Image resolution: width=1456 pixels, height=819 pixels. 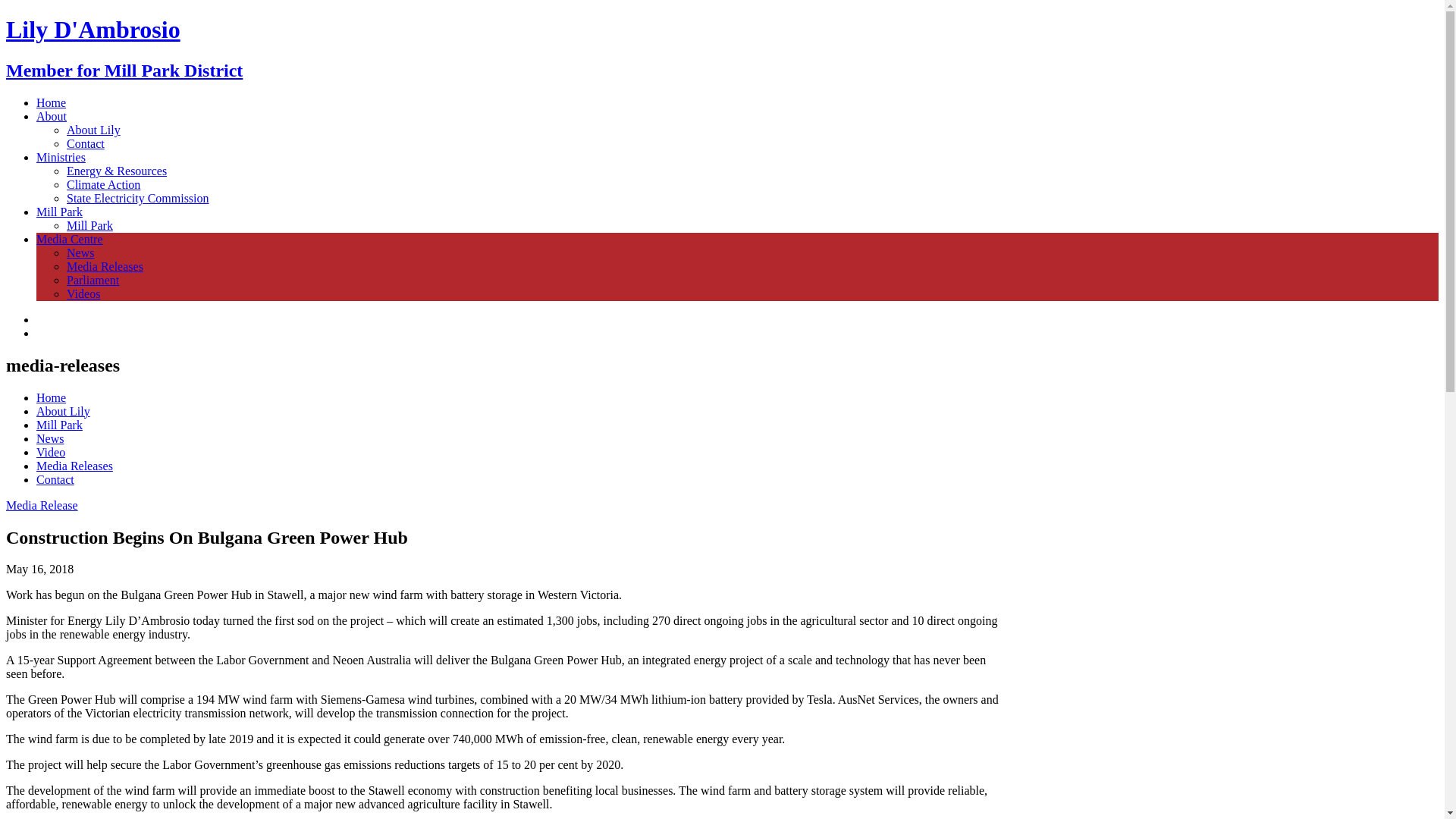 I want to click on 'Lily D'Ambrosio', so click(x=6, y=29).